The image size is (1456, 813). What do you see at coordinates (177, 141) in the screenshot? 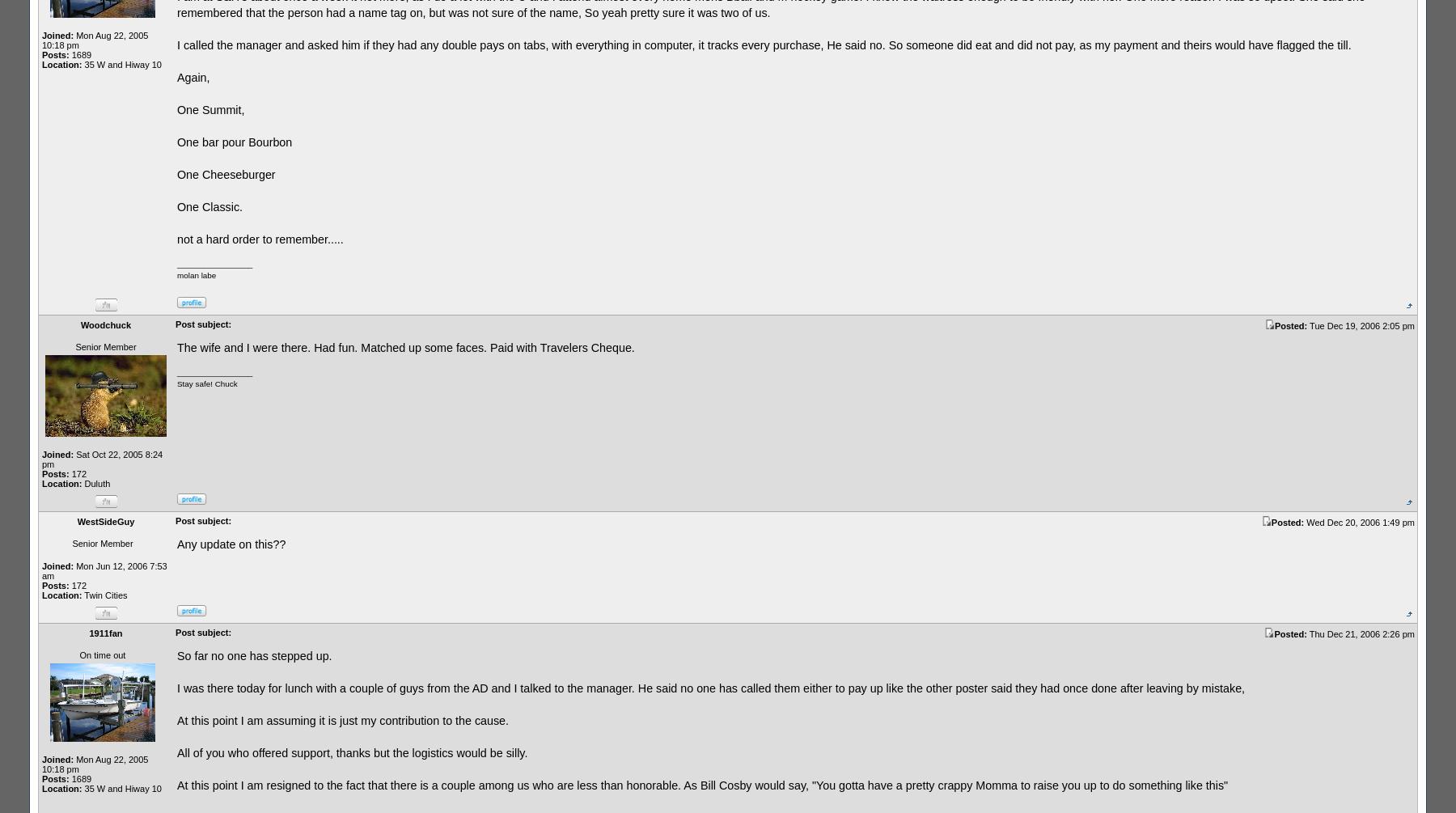
I see `'One bar pour Bourbon'` at bounding box center [177, 141].